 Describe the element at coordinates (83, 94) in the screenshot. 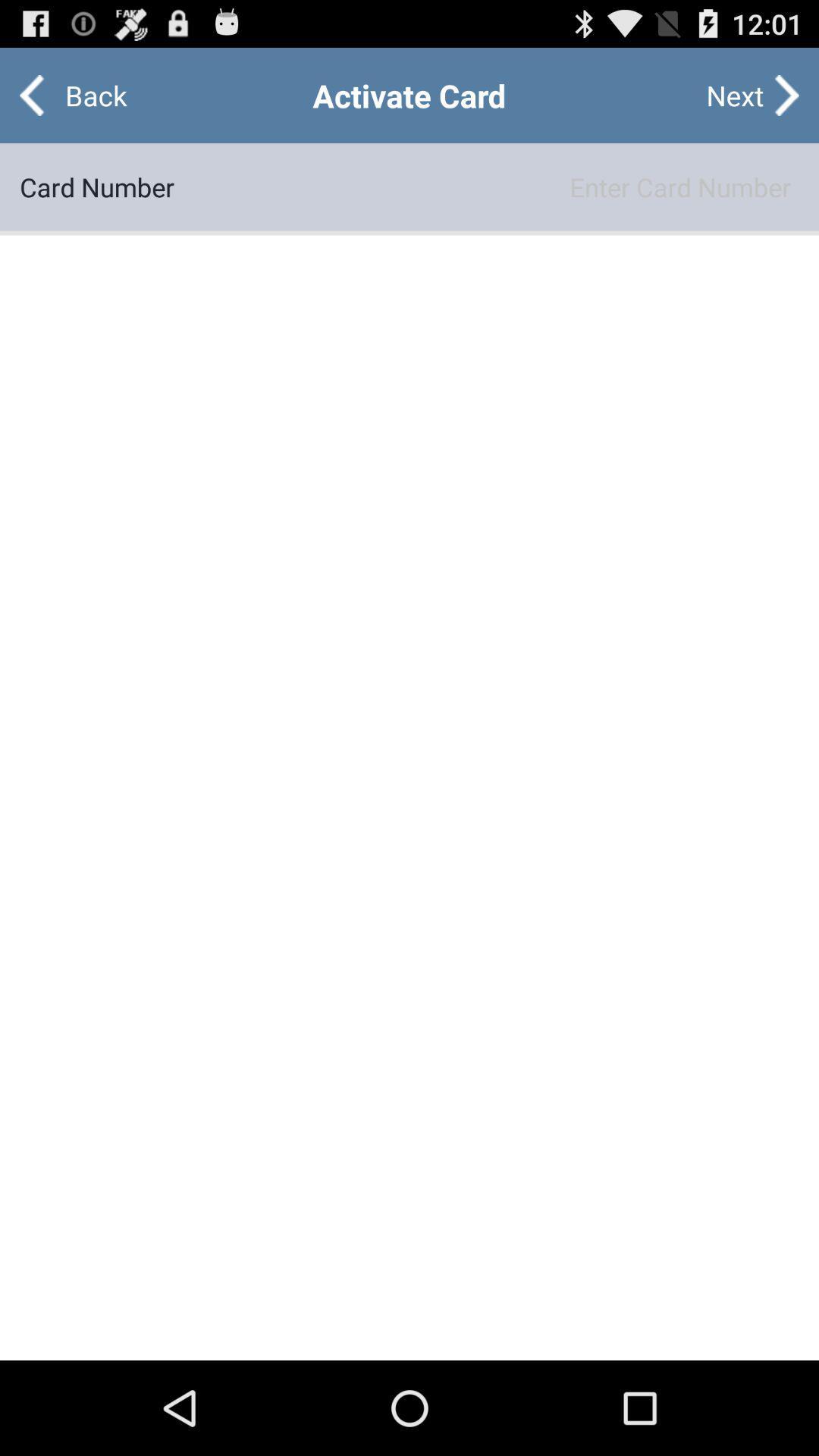

I see `button to the left of the next icon` at that location.